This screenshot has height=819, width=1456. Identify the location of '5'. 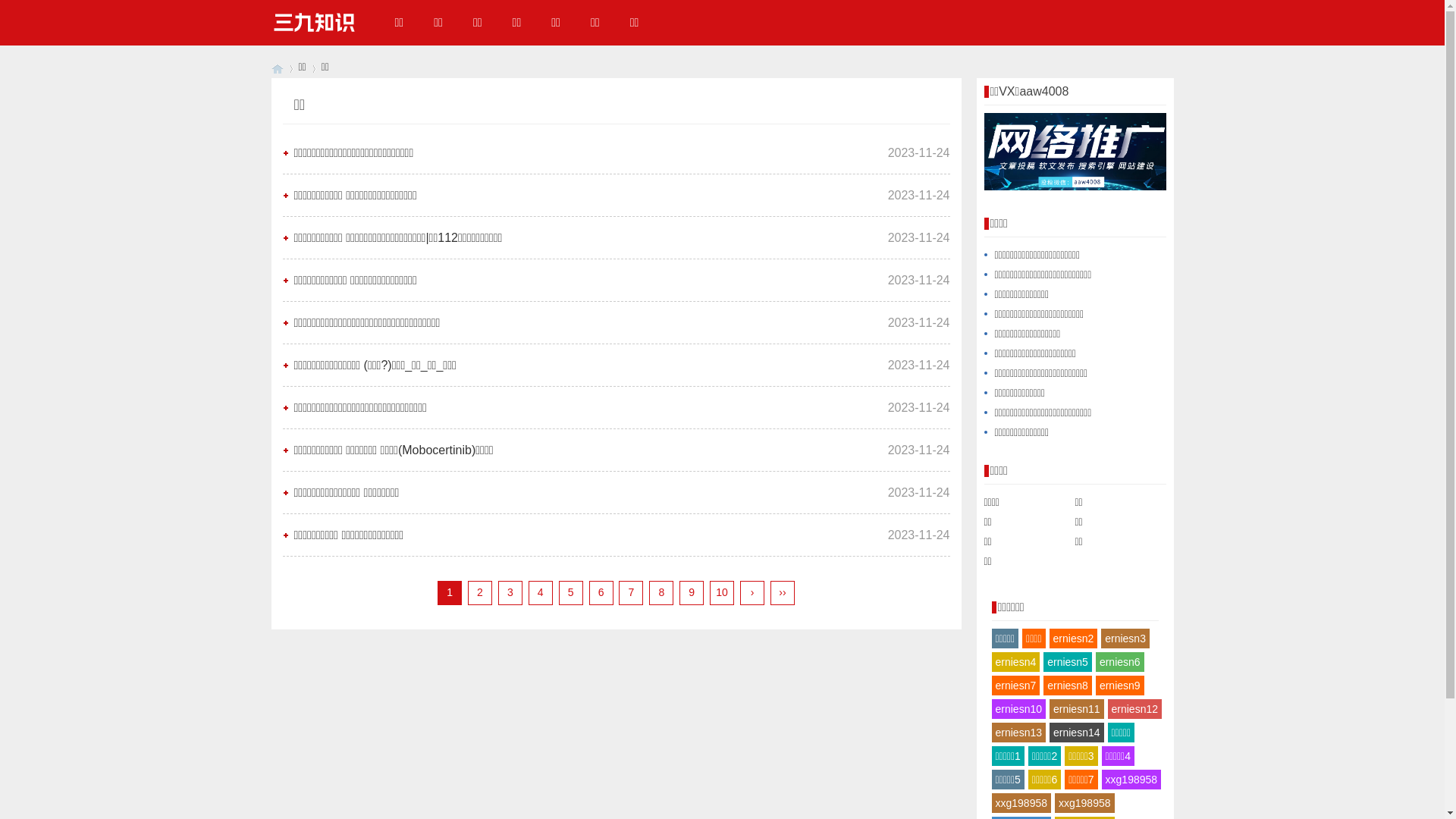
(570, 592).